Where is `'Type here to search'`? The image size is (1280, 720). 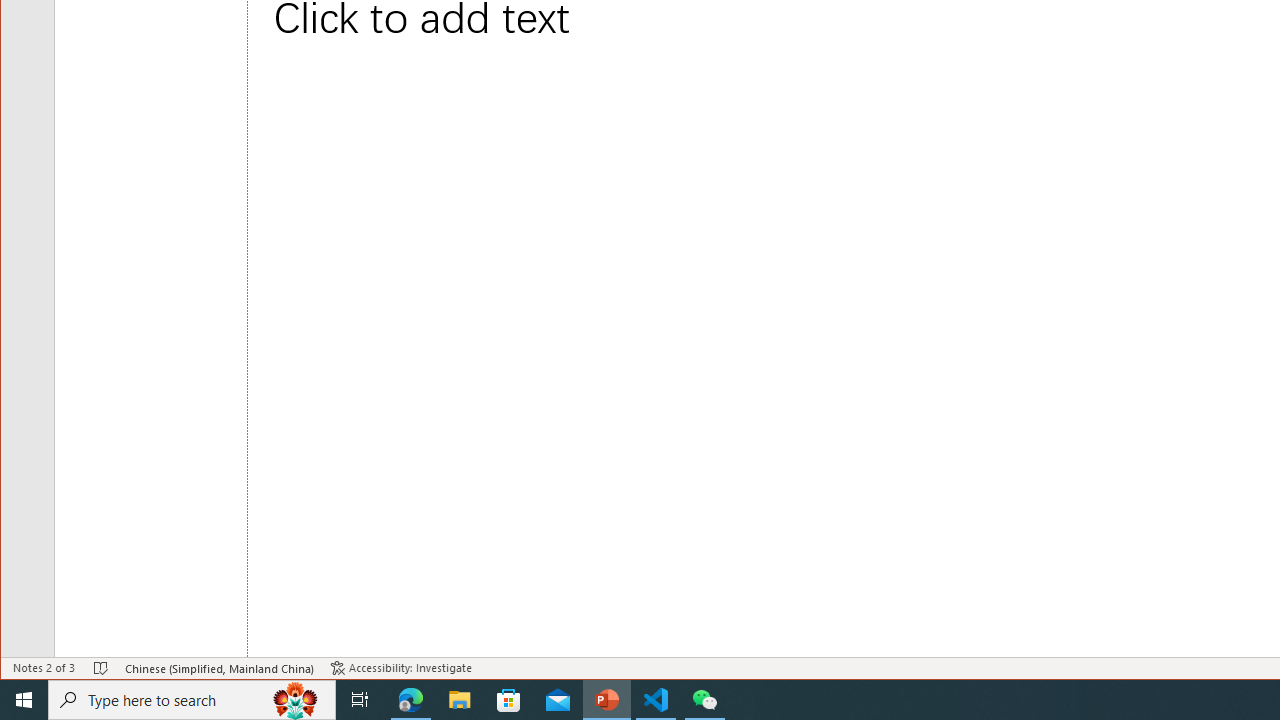 'Type here to search' is located at coordinates (192, 698).